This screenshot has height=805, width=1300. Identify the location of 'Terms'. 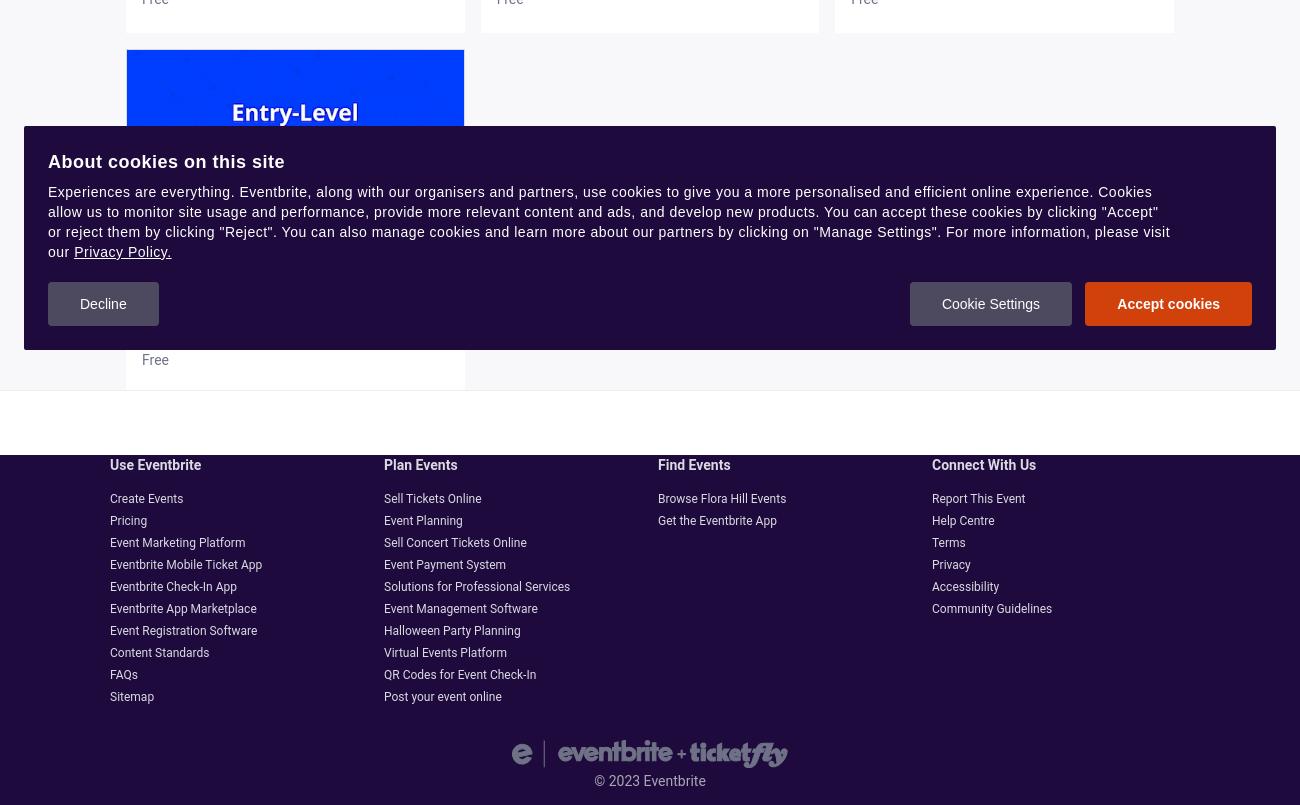
(948, 541).